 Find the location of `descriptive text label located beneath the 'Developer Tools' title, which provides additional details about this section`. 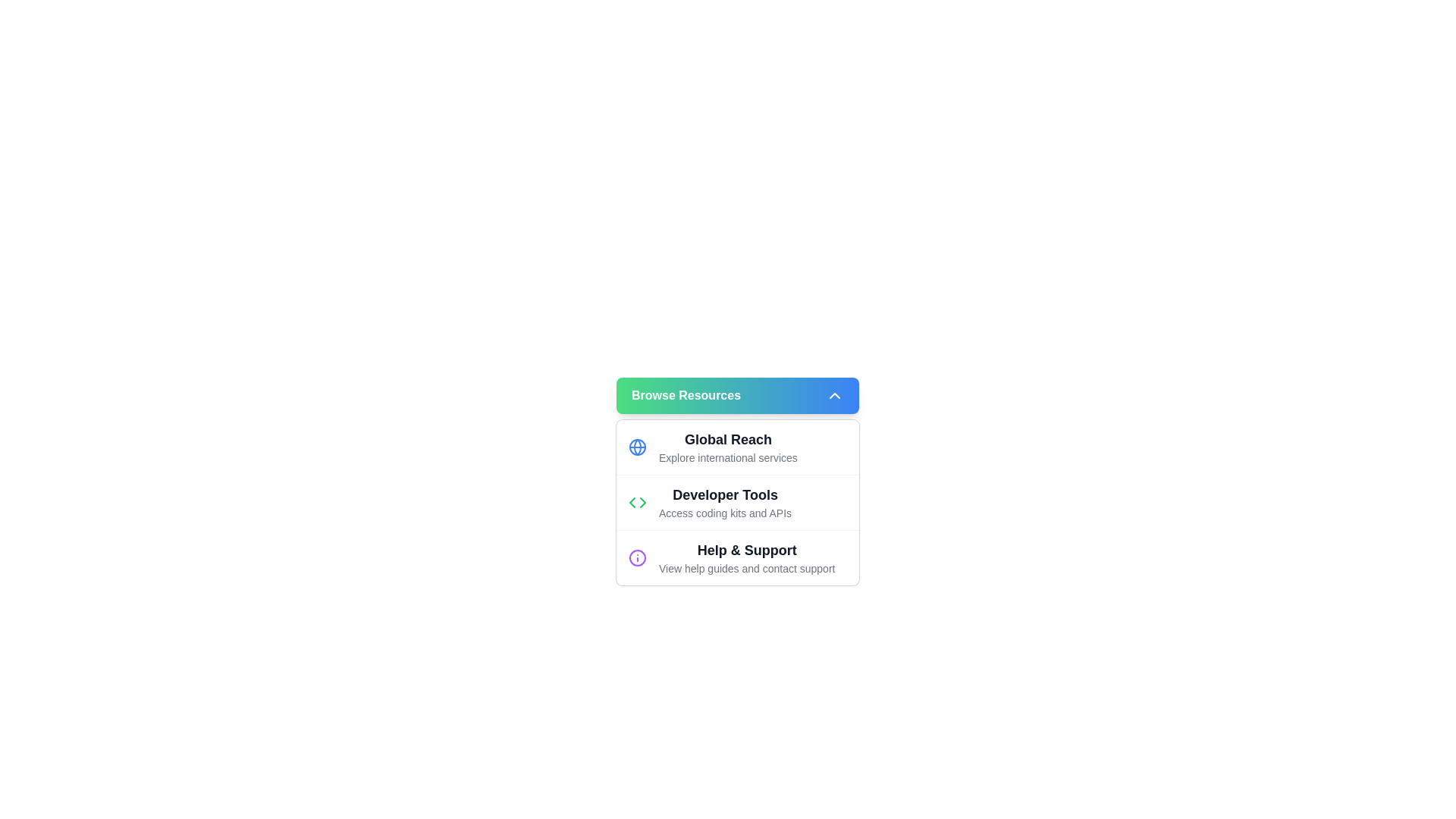

descriptive text label located beneath the 'Developer Tools' title, which provides additional details about this section is located at coordinates (724, 513).